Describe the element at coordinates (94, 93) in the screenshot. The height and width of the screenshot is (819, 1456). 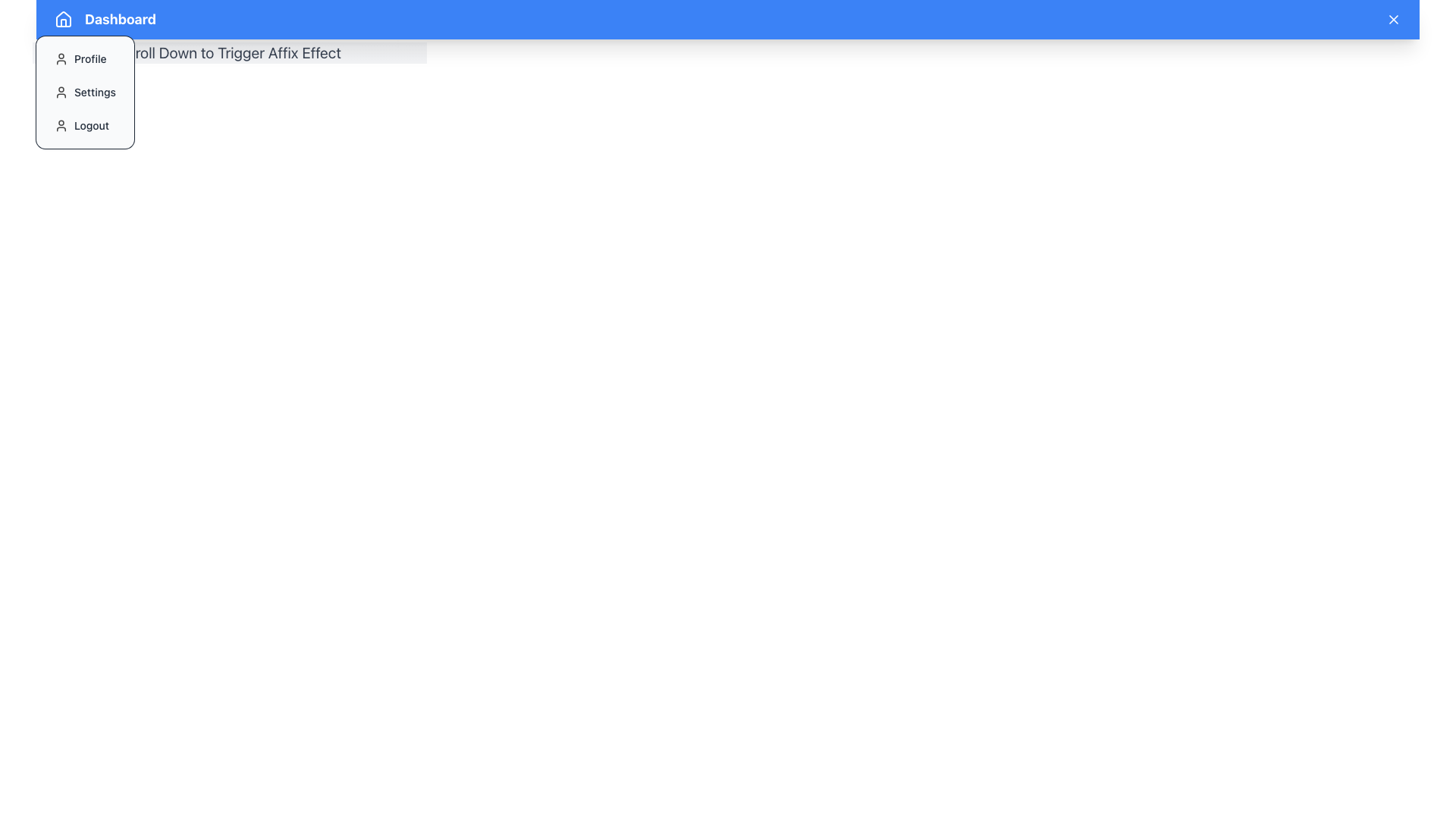
I see `the 'Settings' text label in the dropdown menu` at that location.